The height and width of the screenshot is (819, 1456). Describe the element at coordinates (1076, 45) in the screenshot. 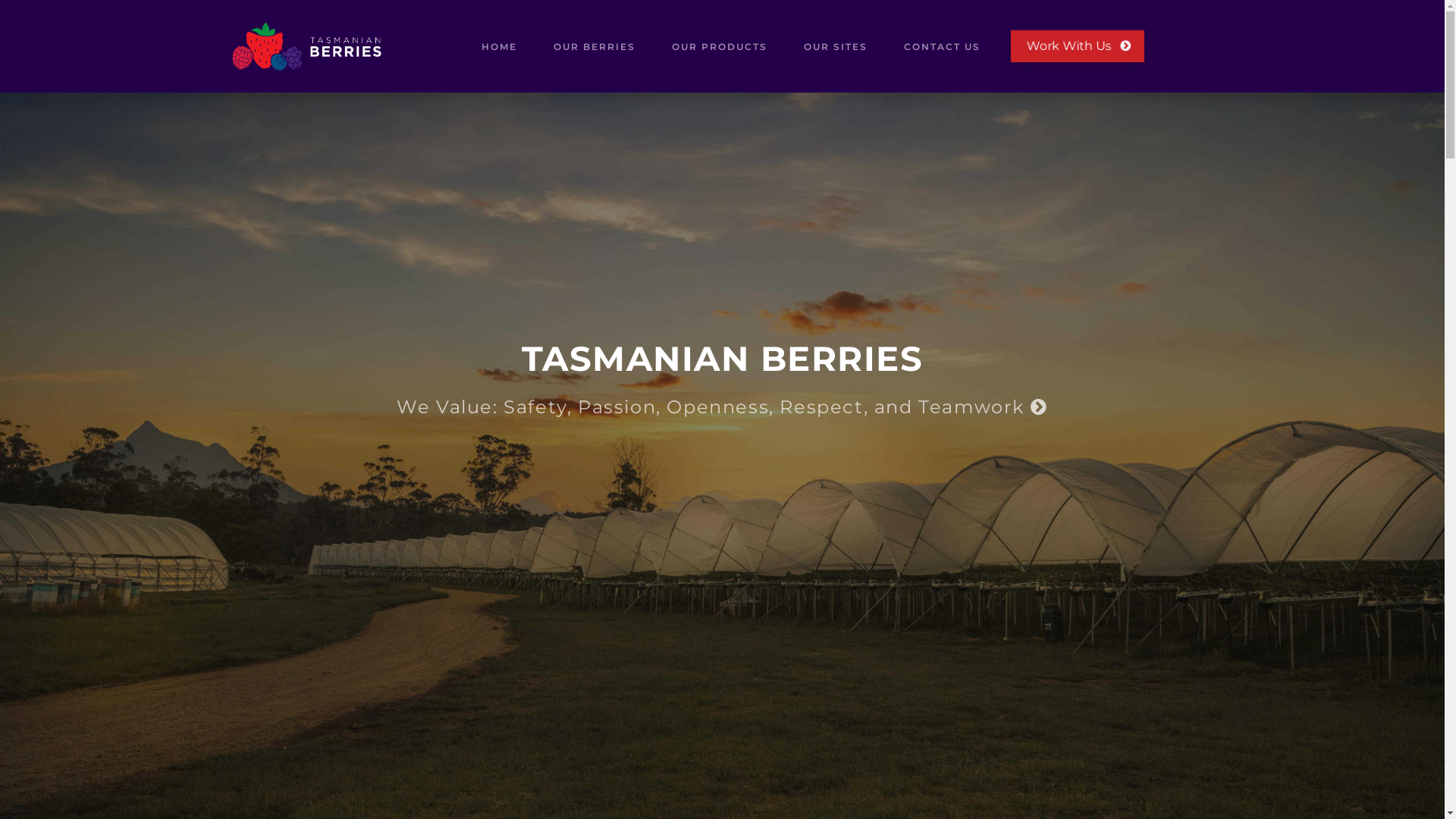

I see `'Work With Us'` at that location.